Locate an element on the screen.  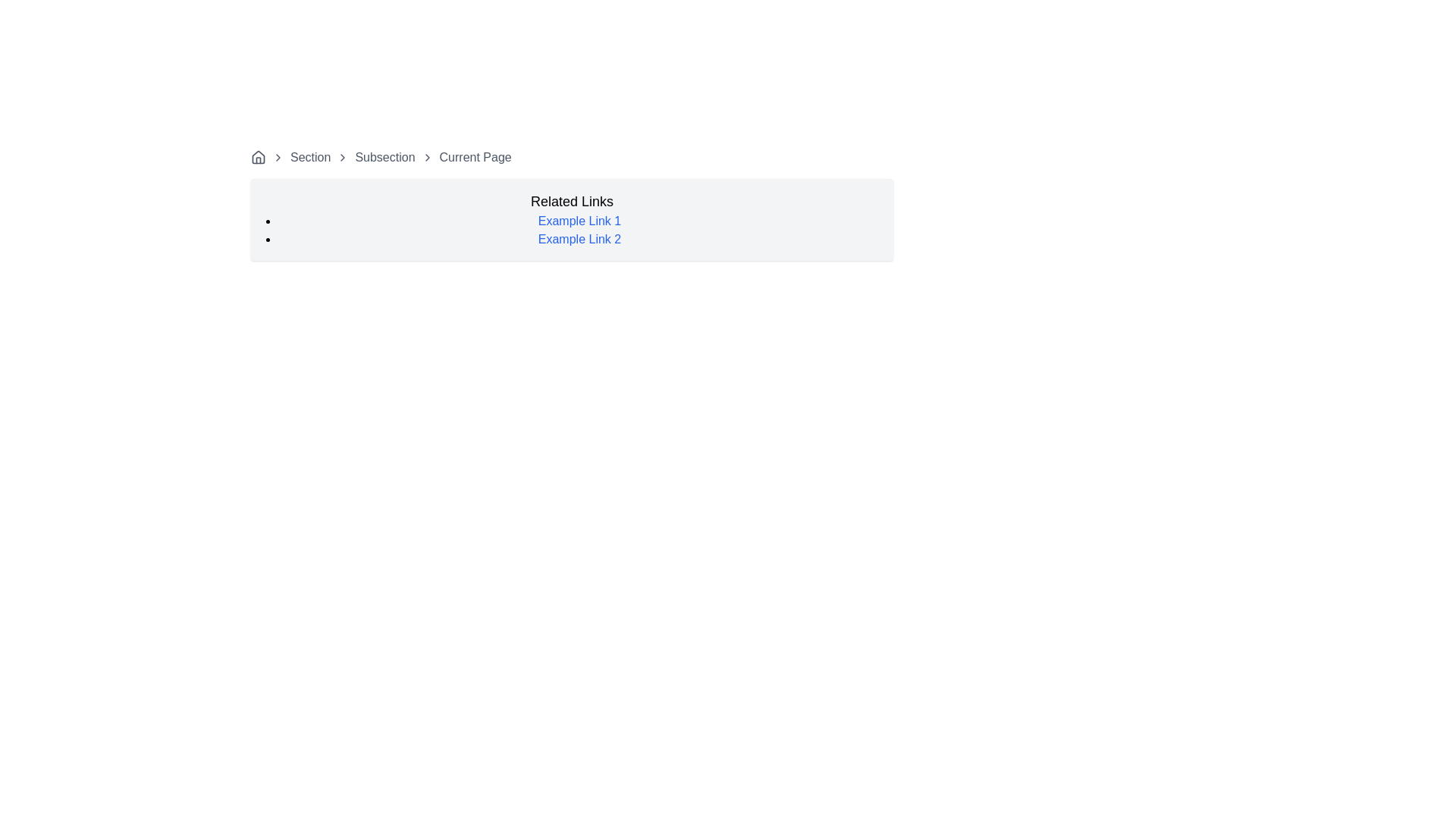
the hyperlink labeled 'Example Link 2' is located at coordinates (579, 239).